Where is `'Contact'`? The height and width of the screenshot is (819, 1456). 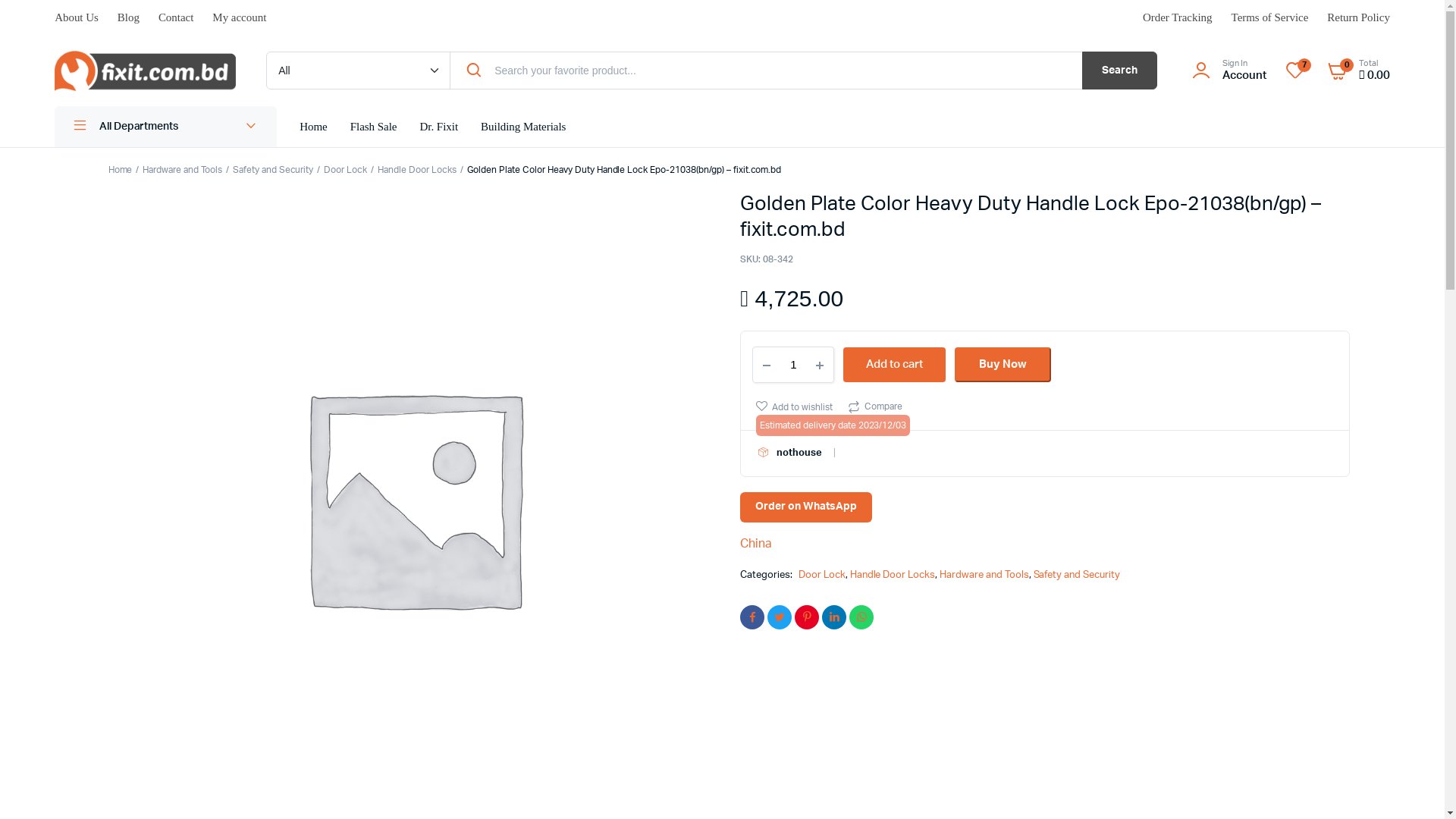
'Contact' is located at coordinates (158, 17).